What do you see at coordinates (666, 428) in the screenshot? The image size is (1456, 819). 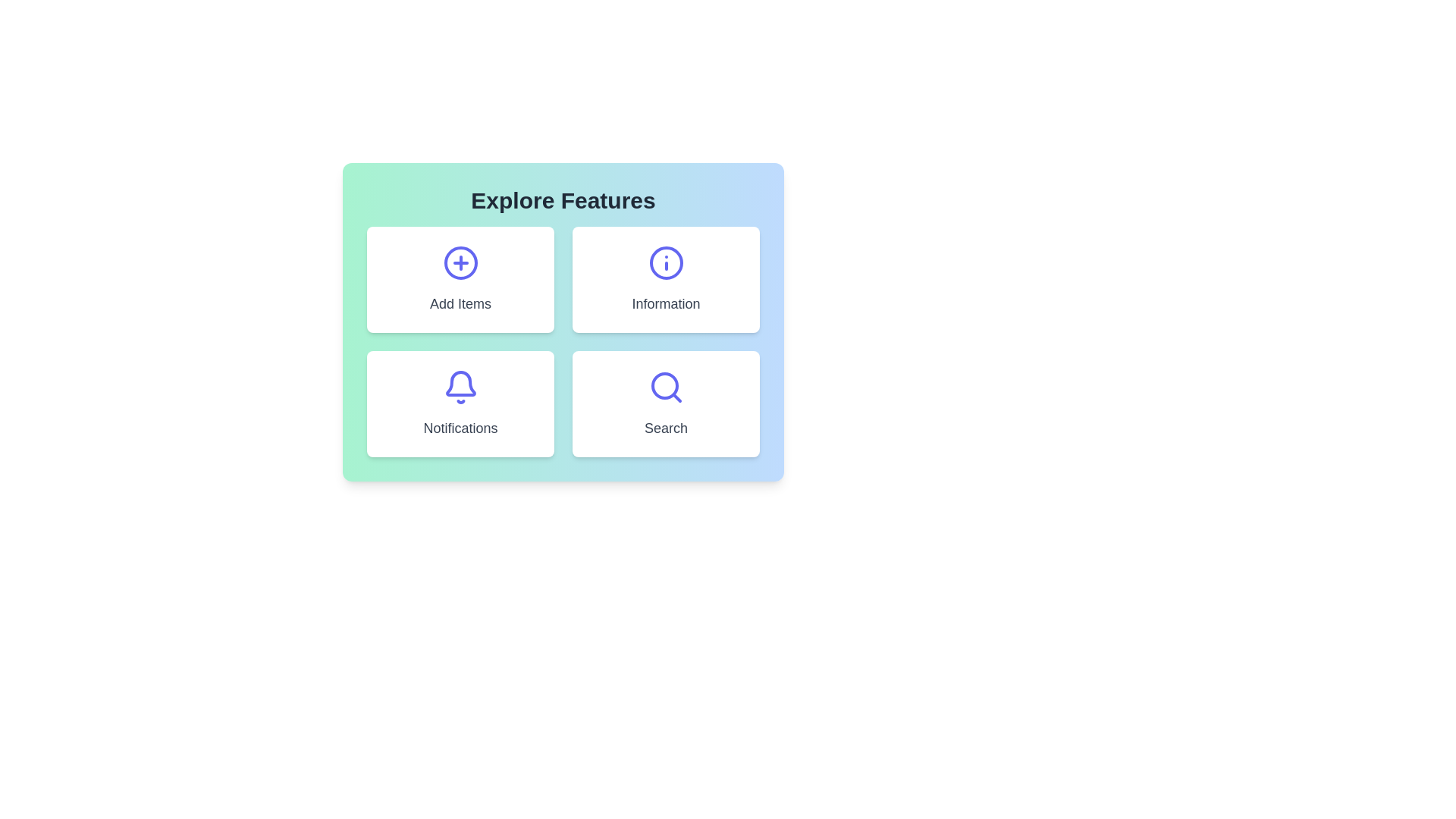 I see `the 'Search' Text Label located at the bottom center of its card in the grid of four cards under 'Explore Features'` at bounding box center [666, 428].